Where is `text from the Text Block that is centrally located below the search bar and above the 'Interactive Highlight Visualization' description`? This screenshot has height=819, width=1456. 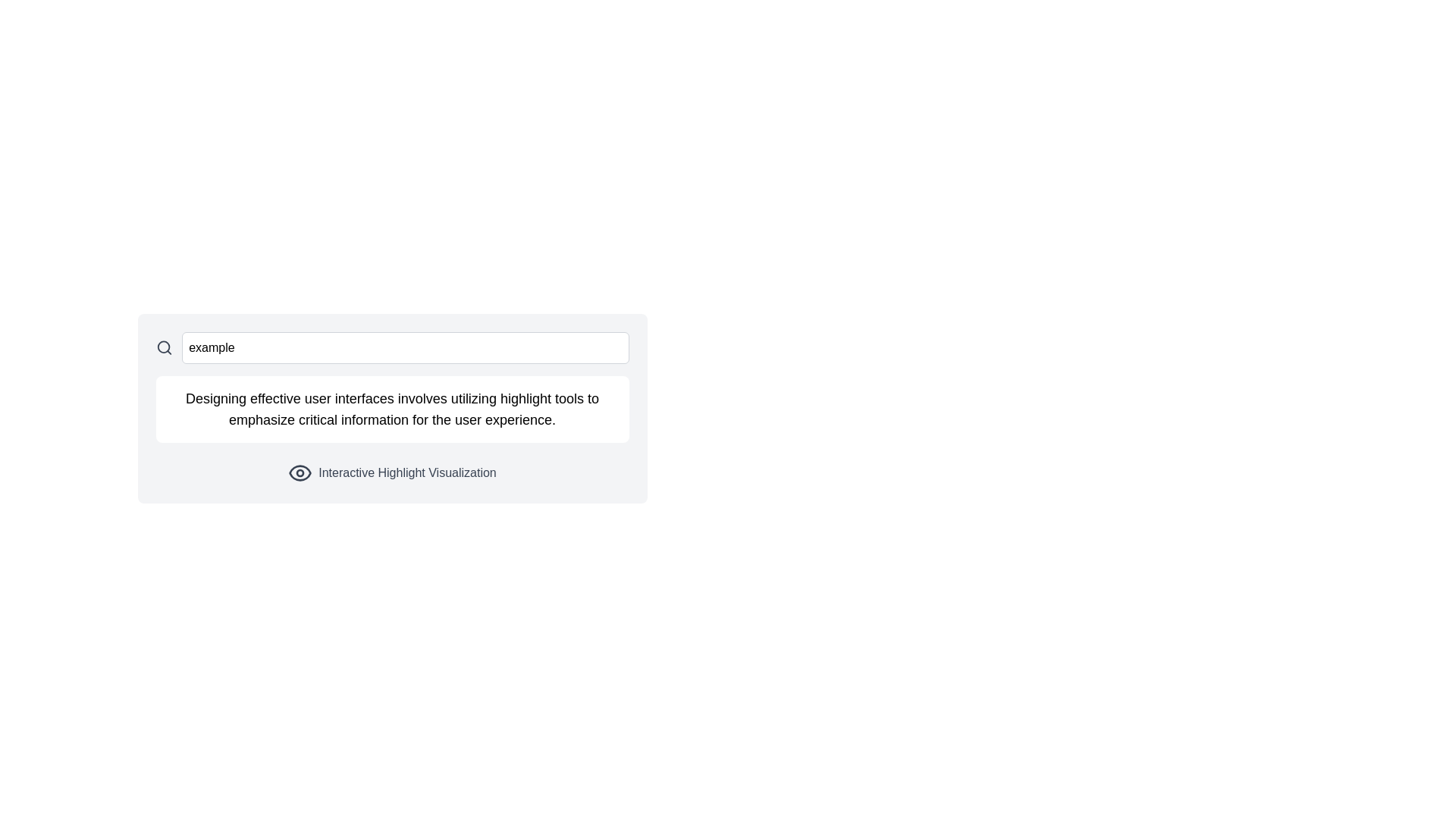
text from the Text Block that is centrally located below the search bar and above the 'Interactive Highlight Visualization' description is located at coordinates (392, 409).